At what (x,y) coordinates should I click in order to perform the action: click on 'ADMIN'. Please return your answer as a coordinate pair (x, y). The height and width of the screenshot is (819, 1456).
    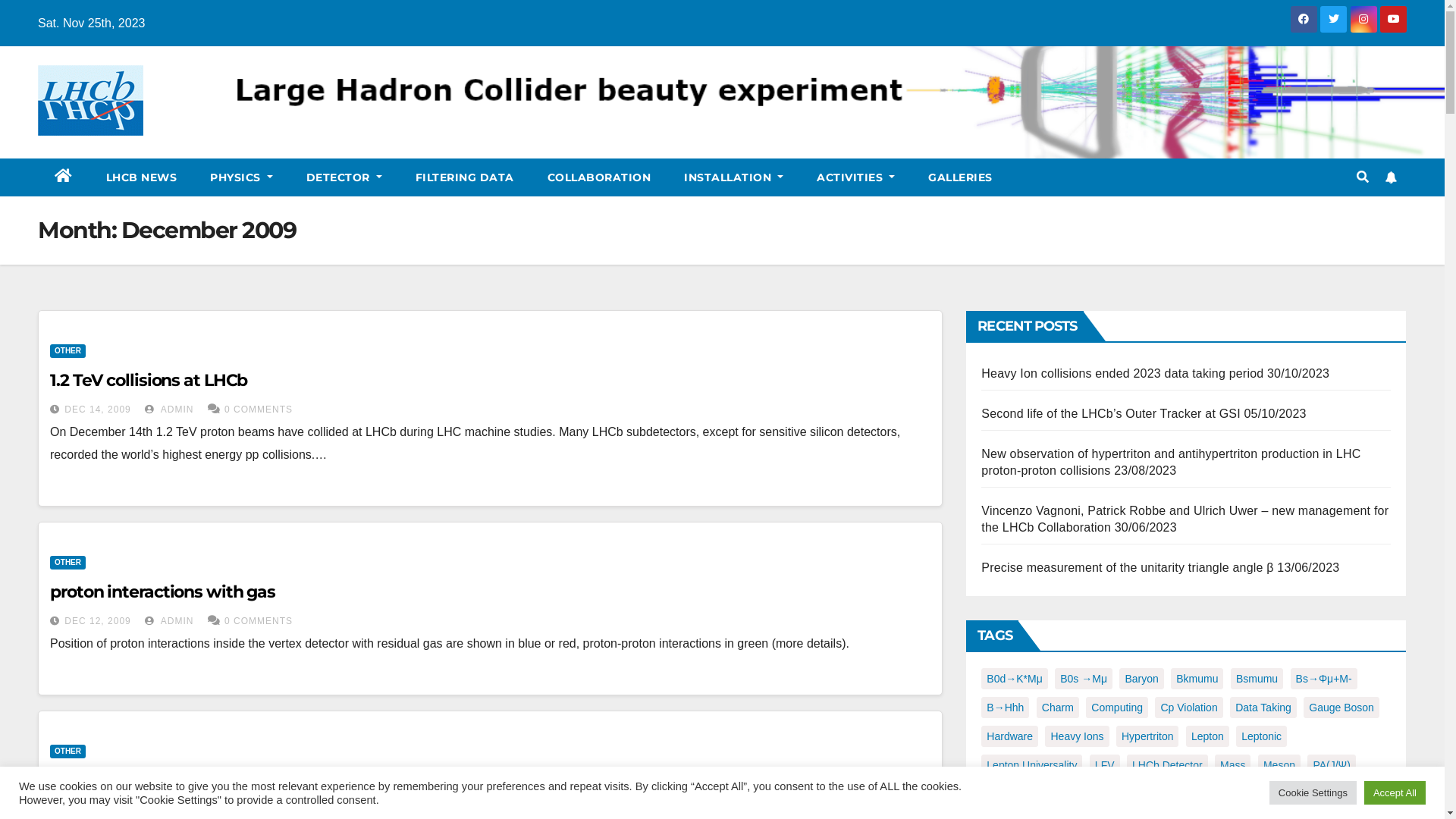
    Looking at the image, I should click on (168, 409).